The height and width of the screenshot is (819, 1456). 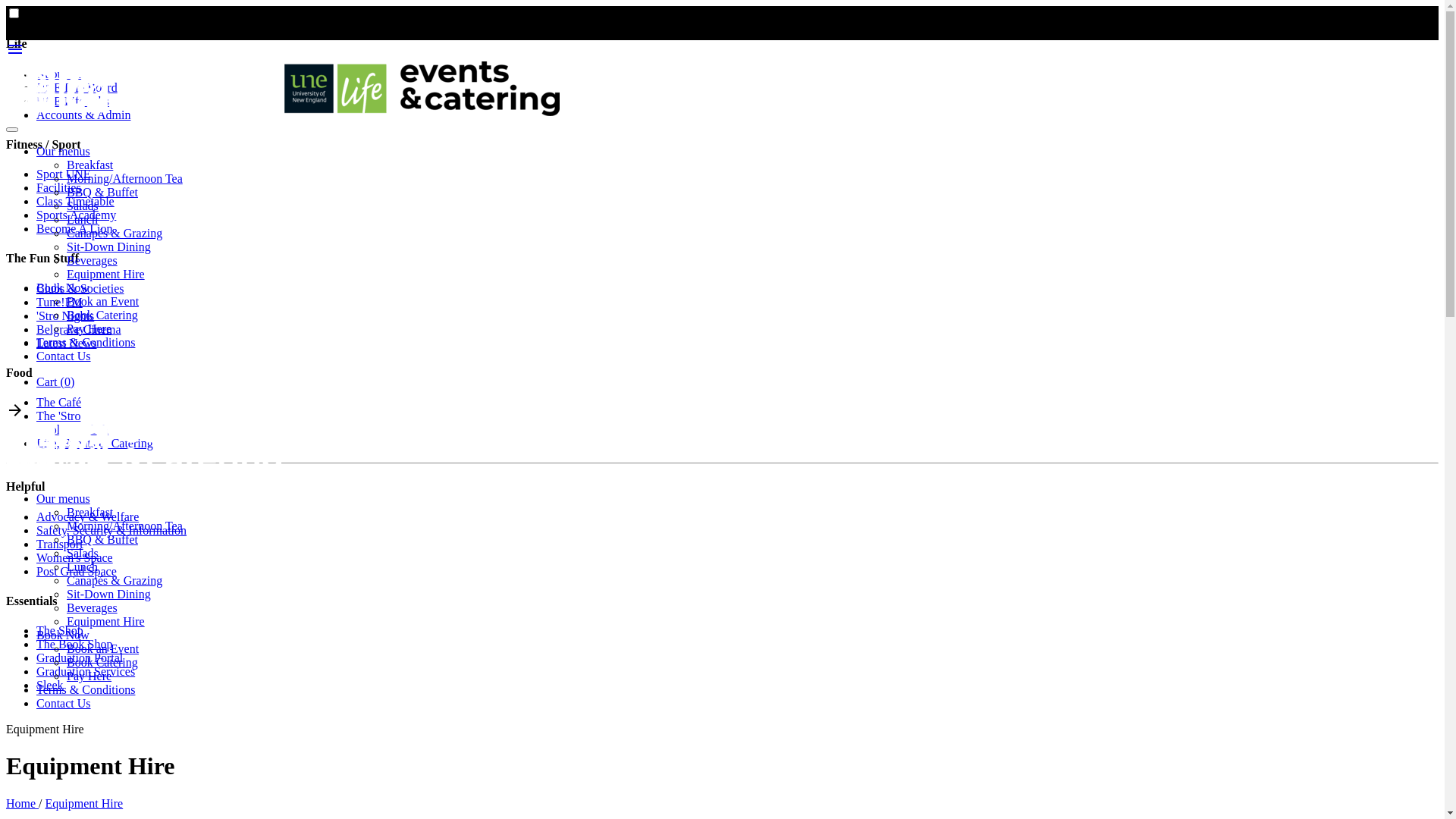 What do you see at coordinates (102, 648) in the screenshot?
I see `'Book an Event'` at bounding box center [102, 648].